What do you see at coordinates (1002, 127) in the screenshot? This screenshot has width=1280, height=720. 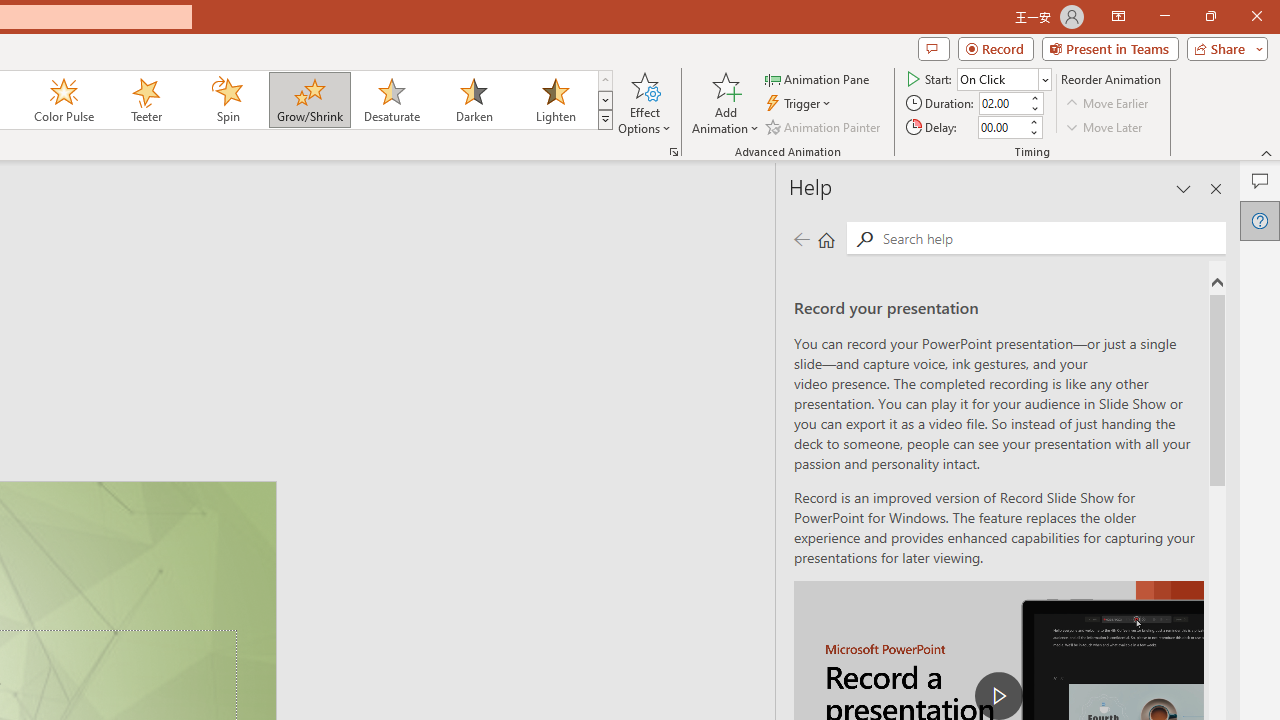 I see `'Animation Delay'` at bounding box center [1002, 127].